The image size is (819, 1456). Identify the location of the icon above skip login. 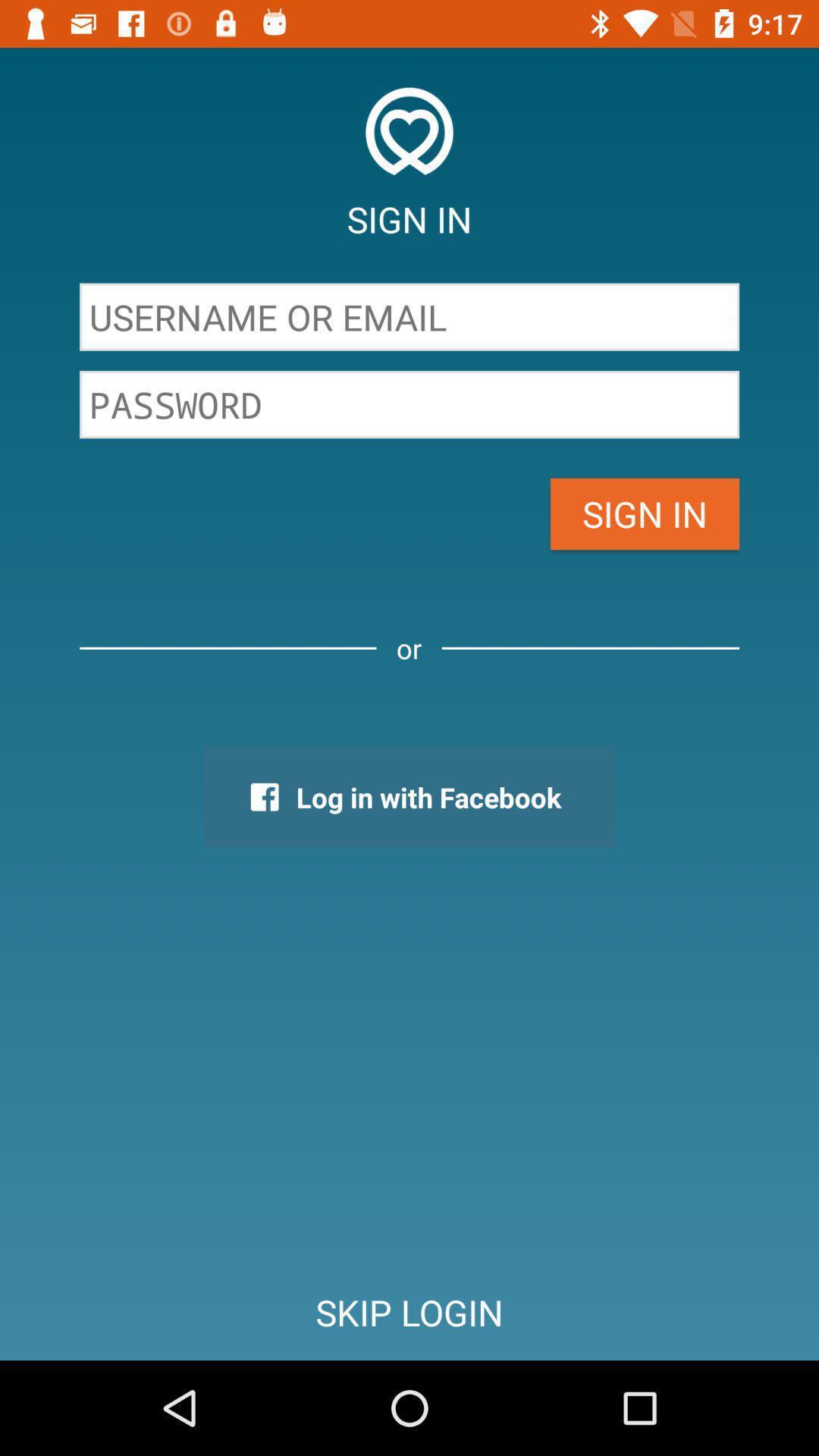
(408, 796).